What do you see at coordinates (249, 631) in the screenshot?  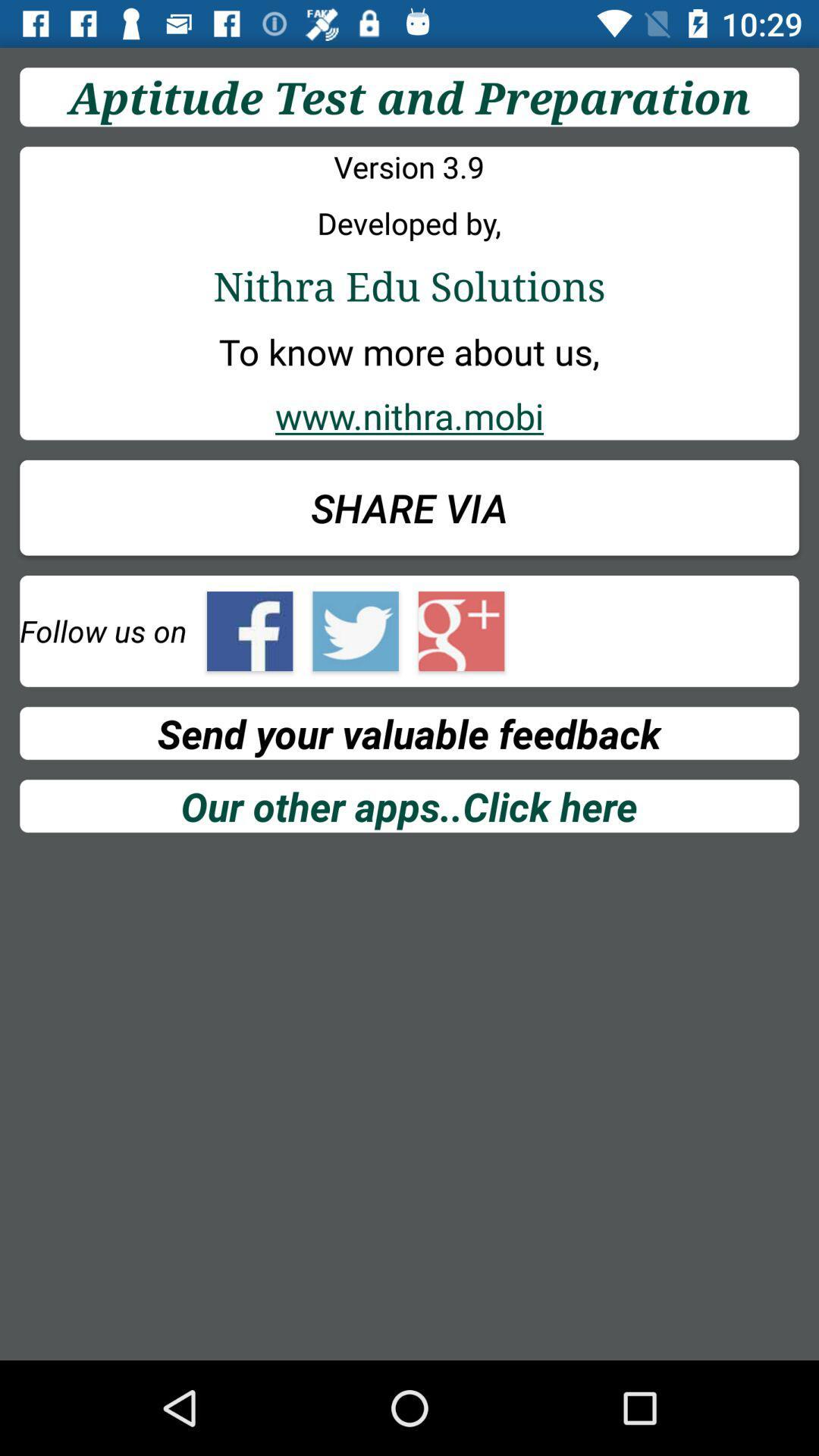 I see `share on facebook` at bounding box center [249, 631].